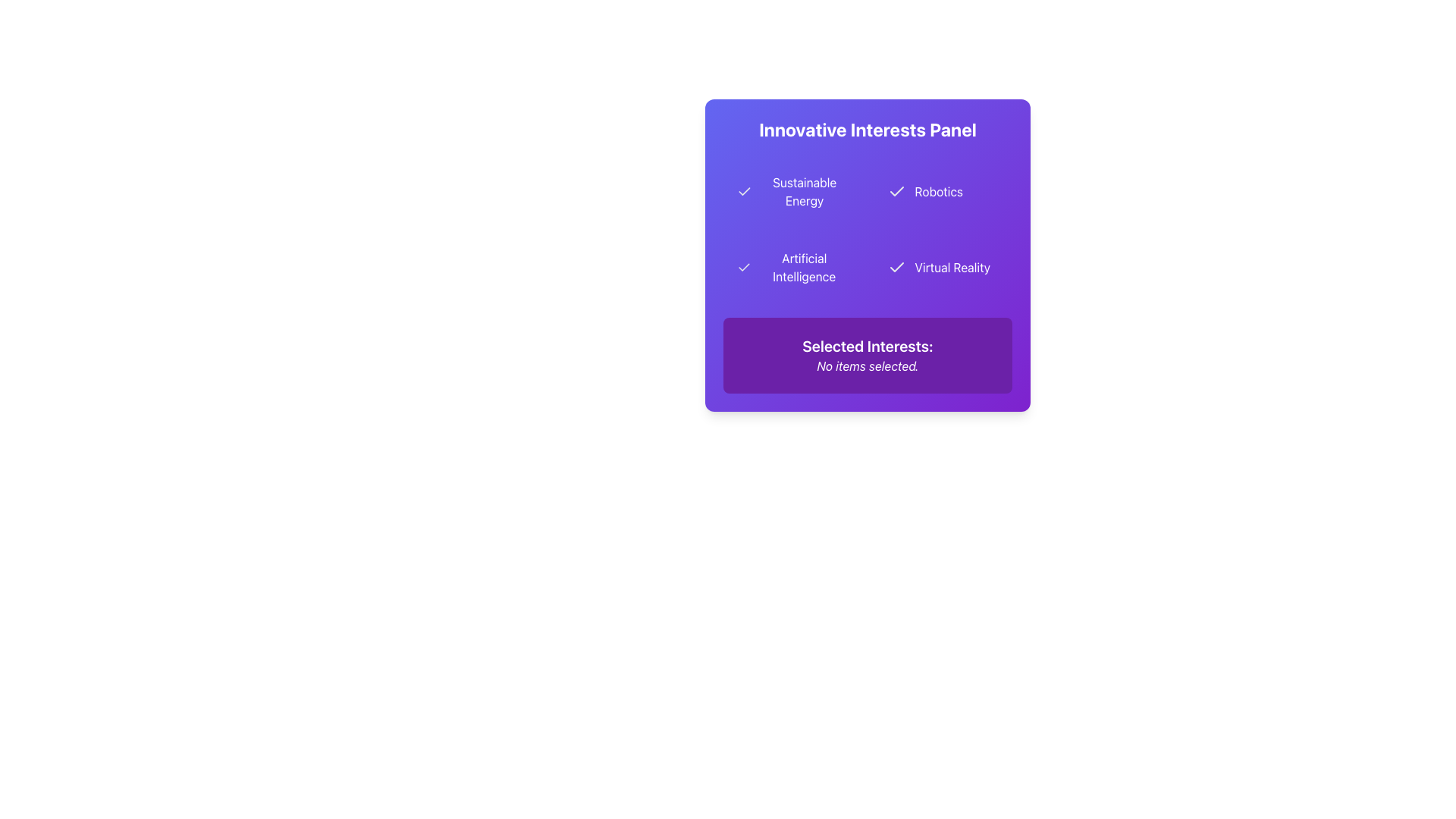 The width and height of the screenshot is (1456, 819). What do you see at coordinates (868, 356) in the screenshot?
I see `the purple rectangular static informational panel that displays 'Selected Interests:' and 'No items selected.'` at bounding box center [868, 356].